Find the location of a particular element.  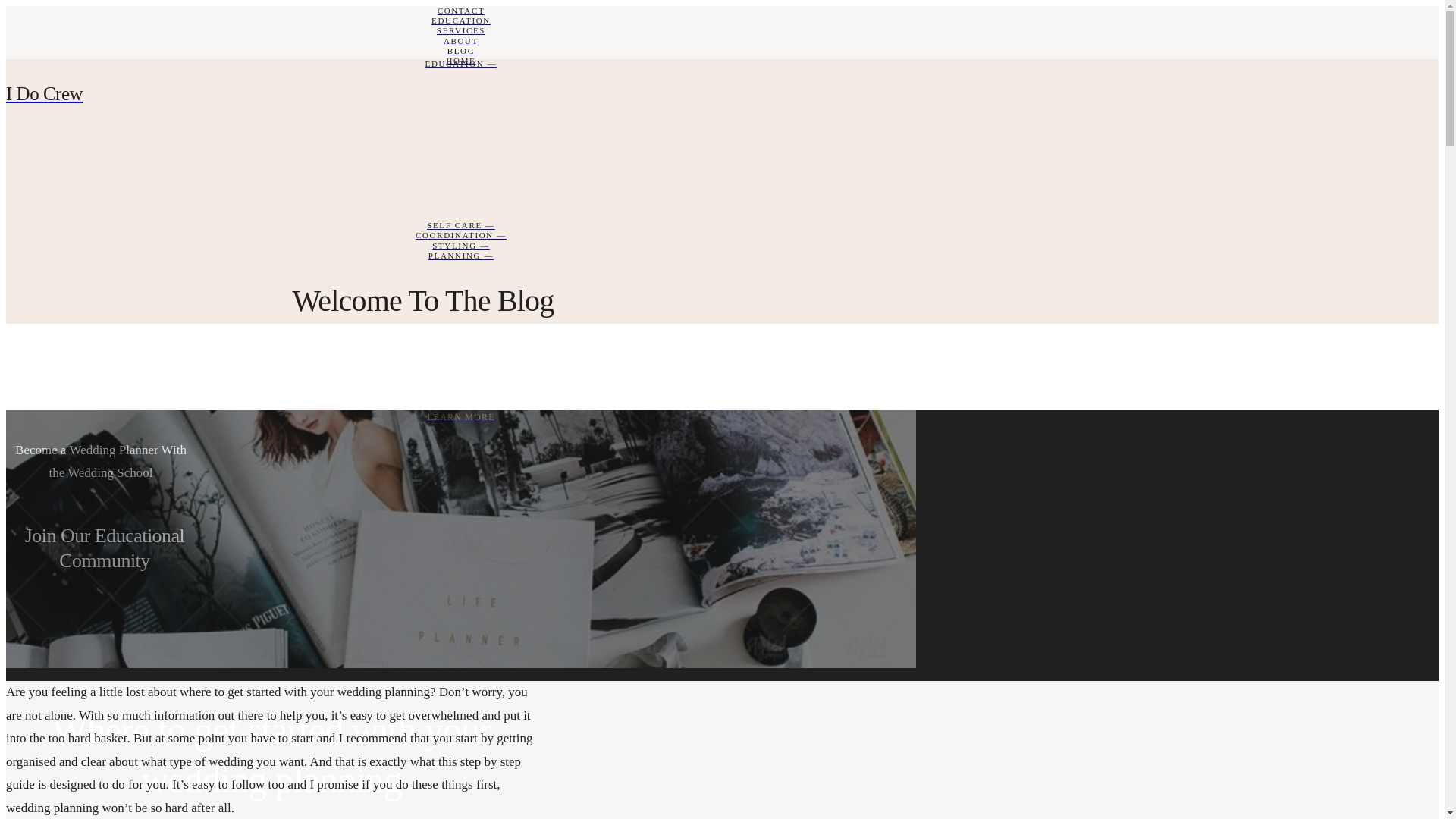

'HOME' is located at coordinates (6, 60).